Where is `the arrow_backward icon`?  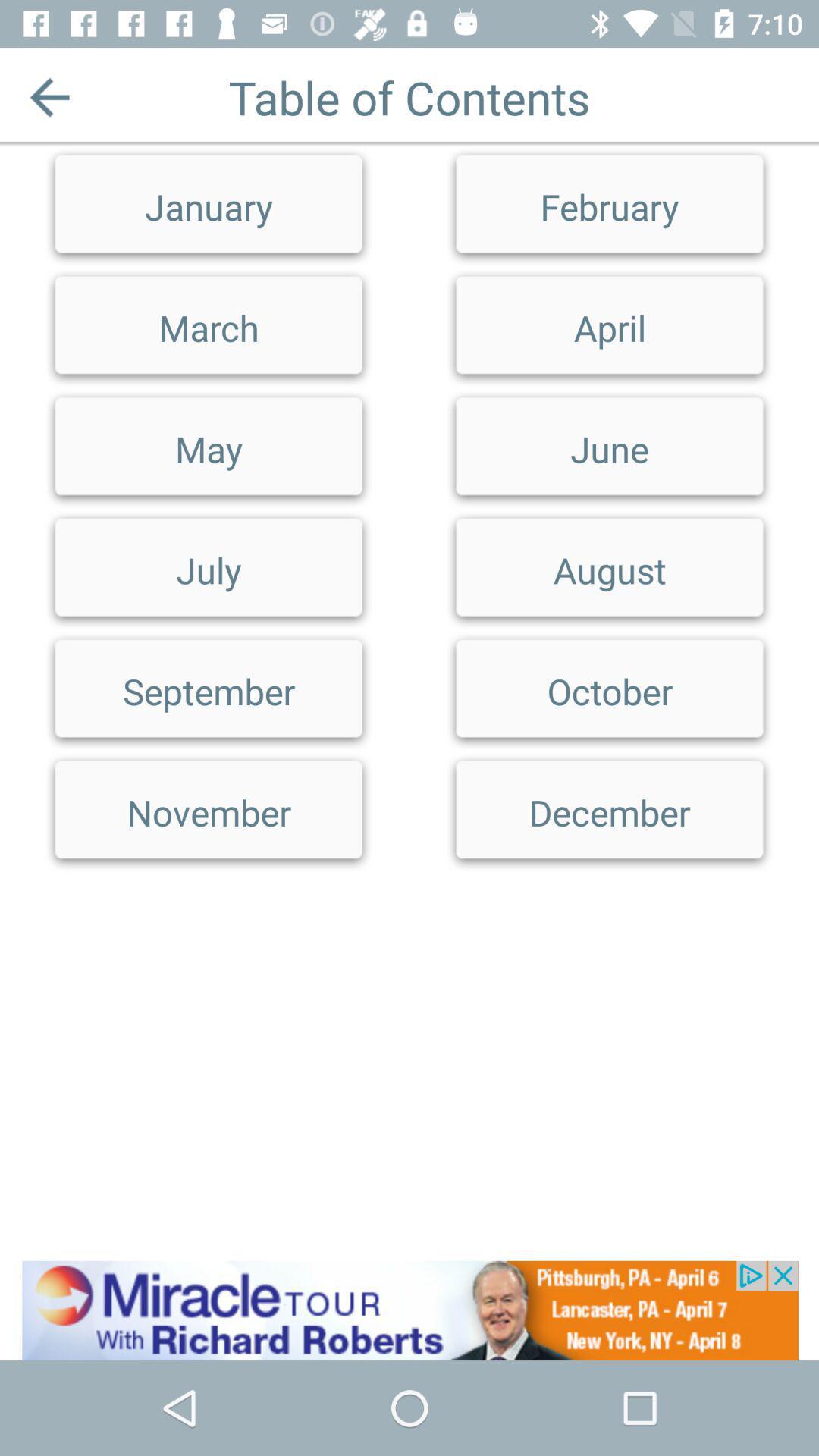 the arrow_backward icon is located at coordinates (49, 96).